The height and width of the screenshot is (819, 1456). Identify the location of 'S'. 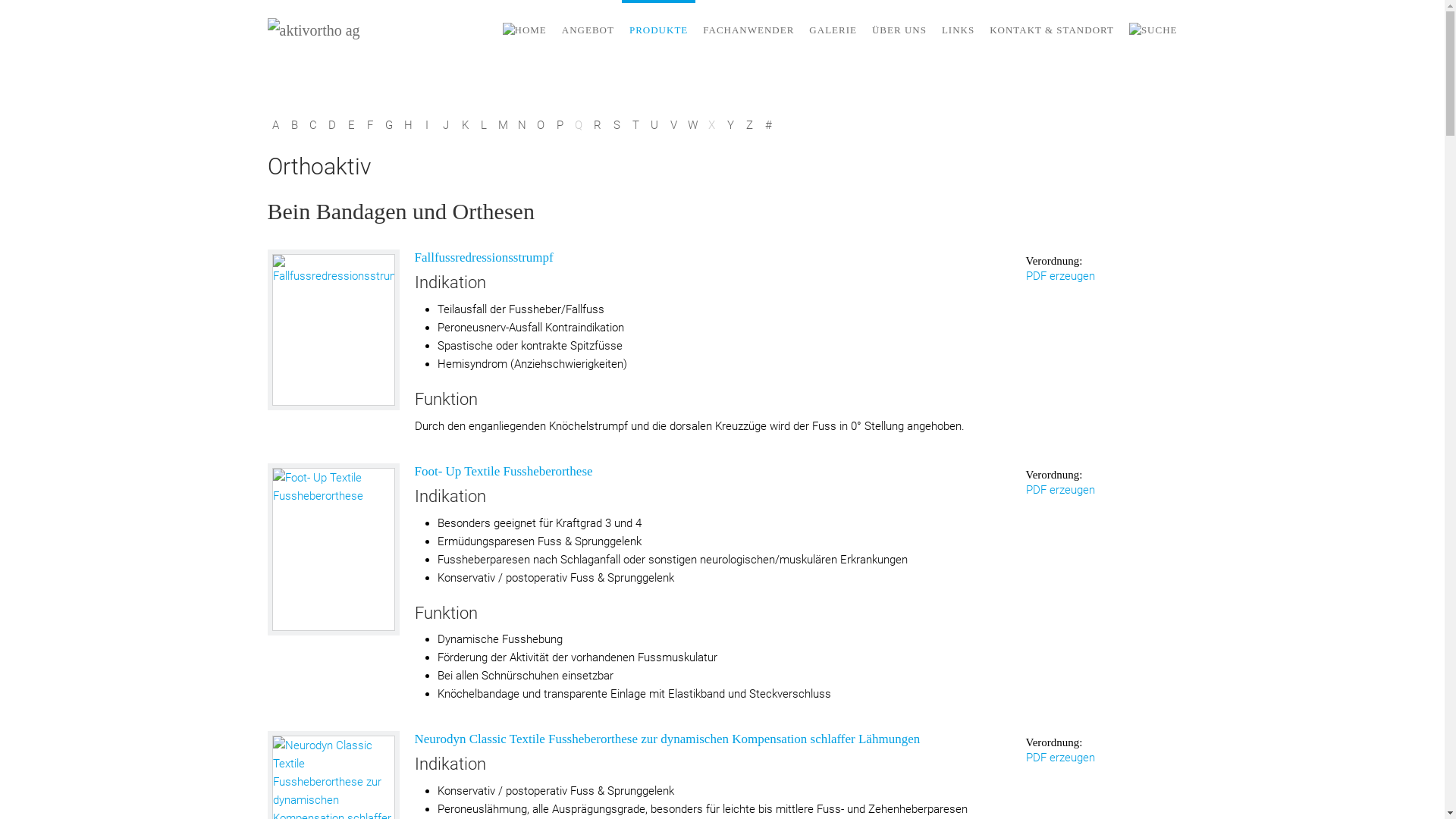
(616, 124).